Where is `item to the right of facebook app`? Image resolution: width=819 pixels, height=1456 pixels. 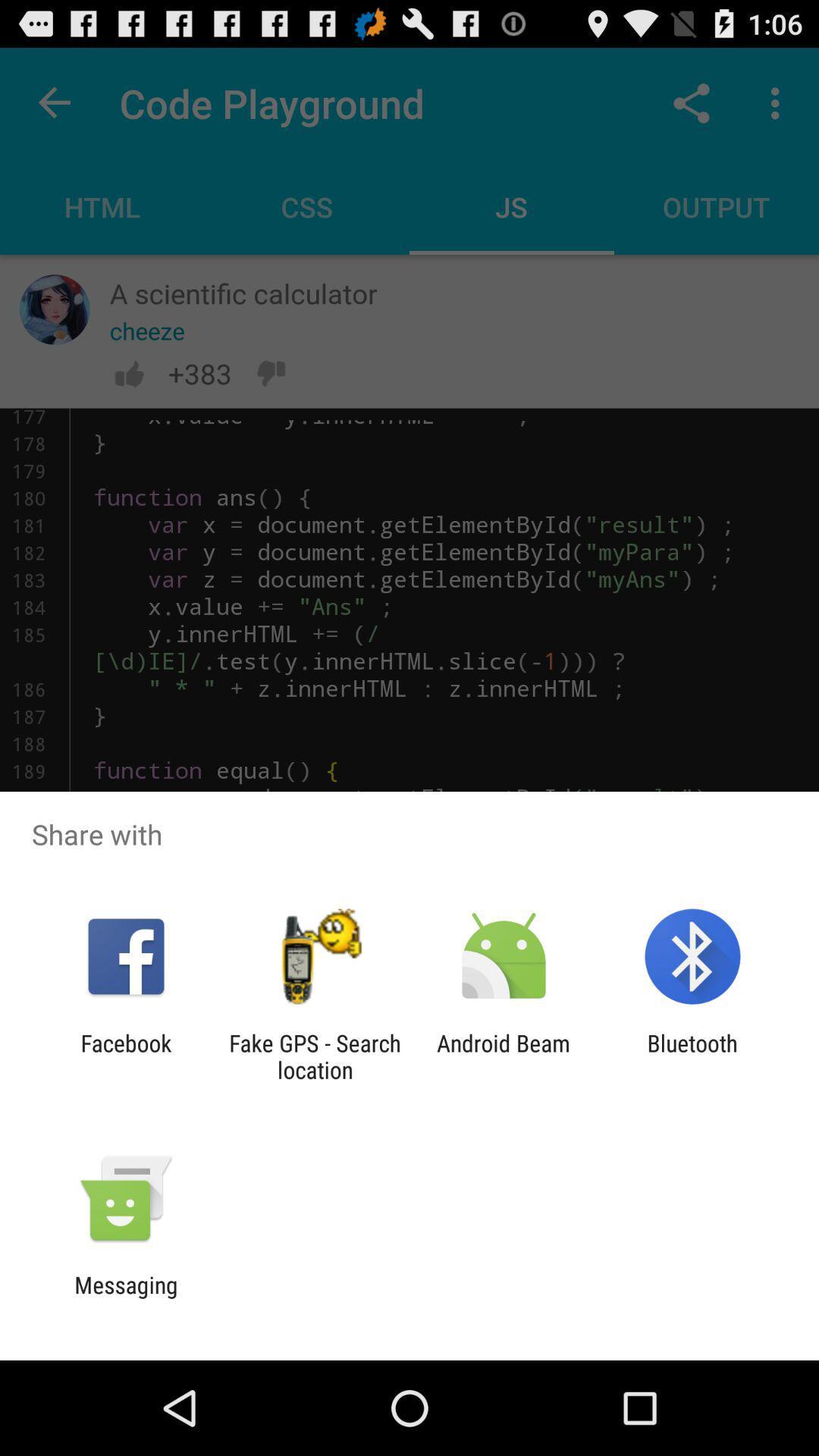 item to the right of facebook app is located at coordinates (314, 1056).